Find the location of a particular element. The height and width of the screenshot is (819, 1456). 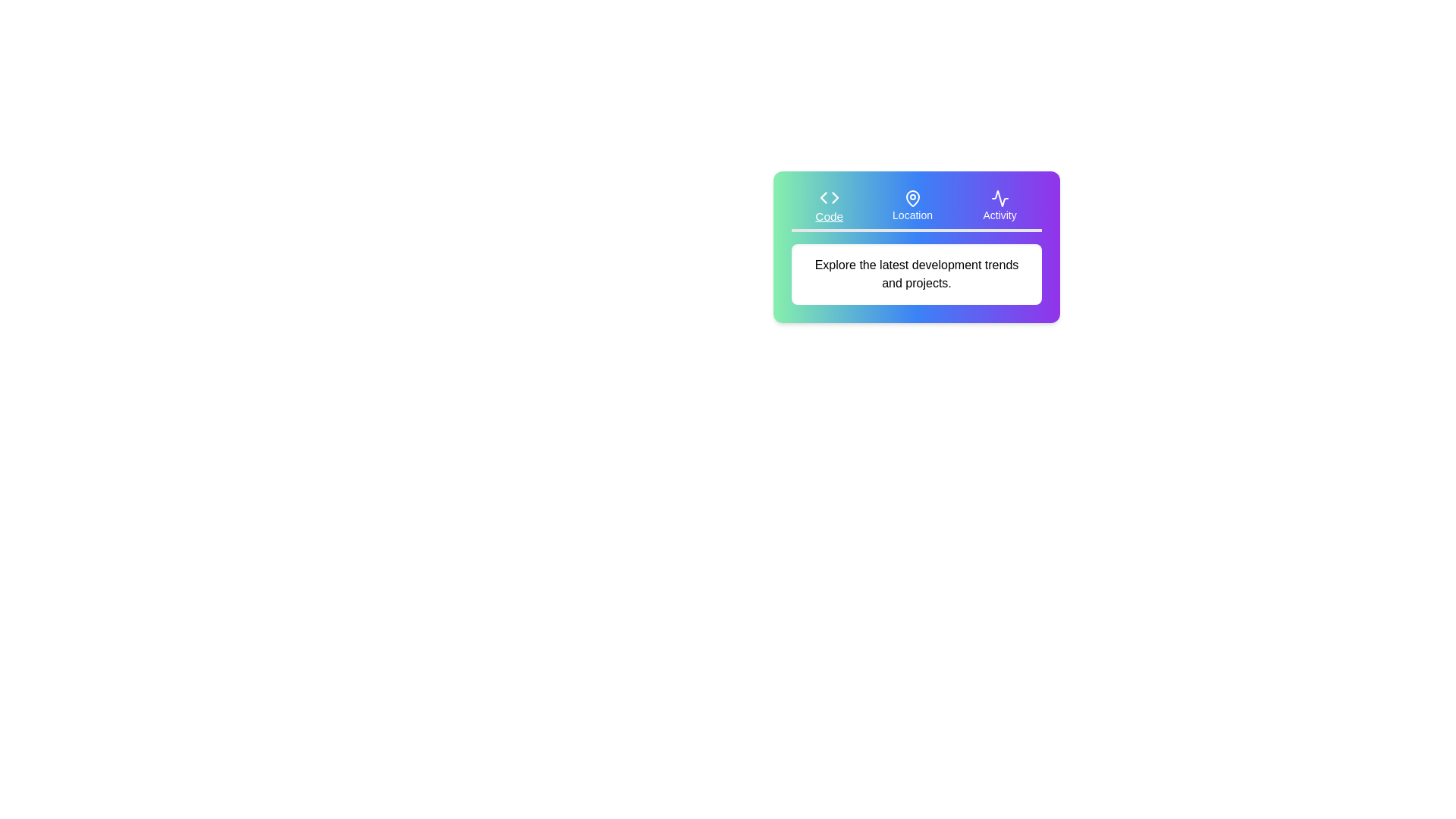

the tab button labeled Location to observe its hover effect is located at coordinates (912, 206).